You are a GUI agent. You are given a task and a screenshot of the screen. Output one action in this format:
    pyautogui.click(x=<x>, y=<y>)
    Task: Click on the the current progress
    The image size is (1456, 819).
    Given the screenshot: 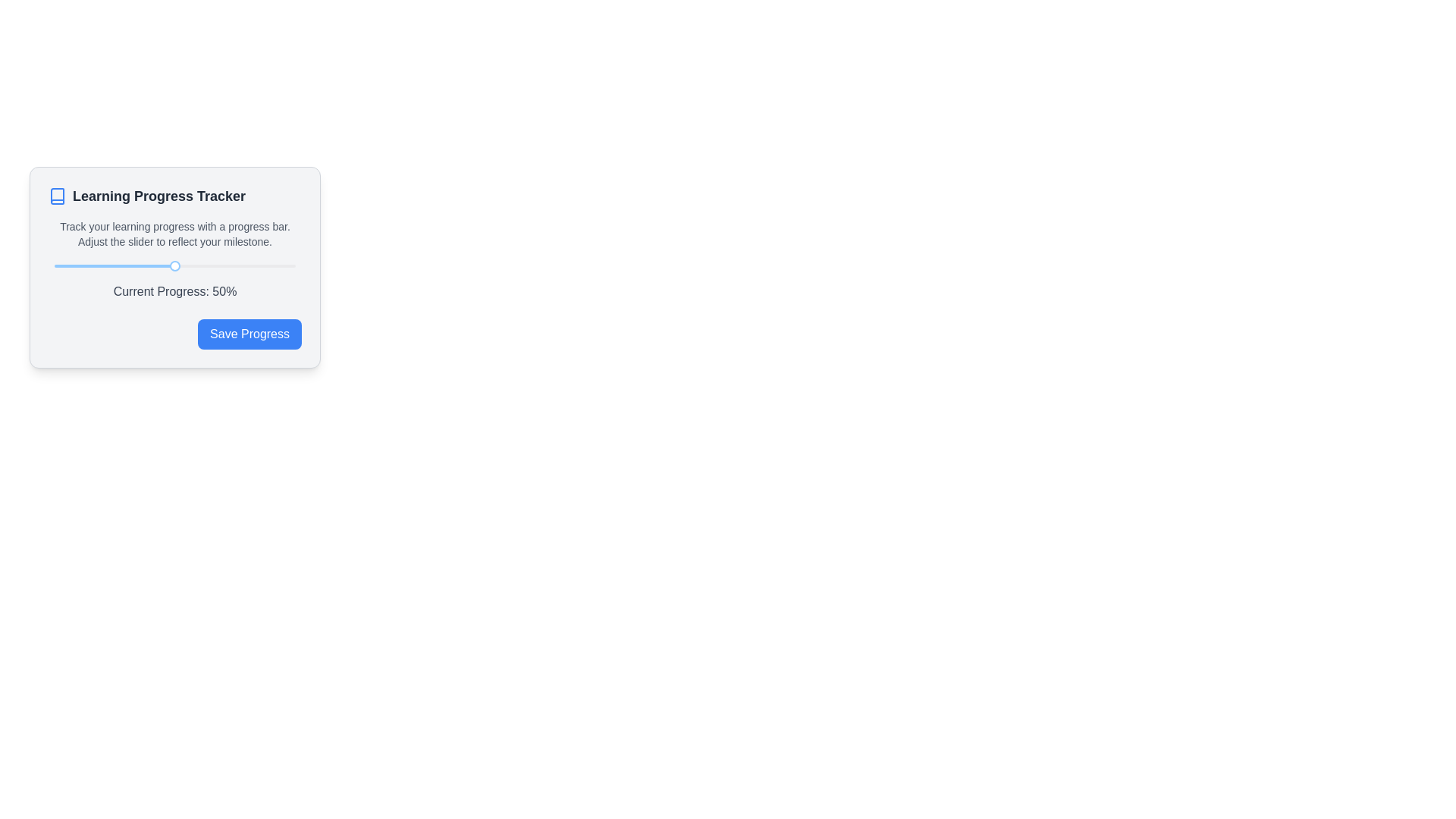 What is the action you would take?
    pyautogui.click(x=158, y=265)
    